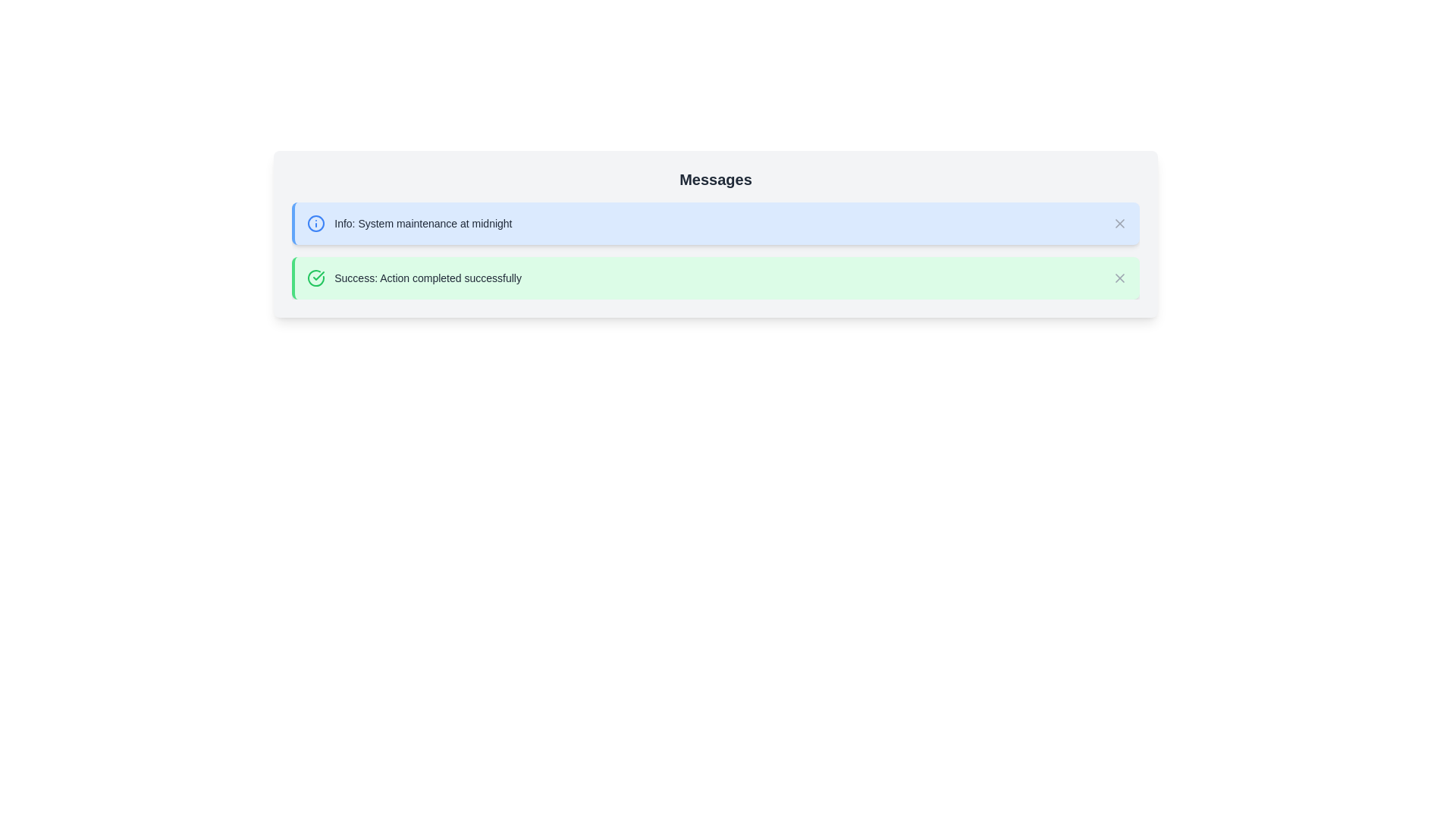 This screenshot has height=819, width=1456. I want to click on the circular icon with a blue border located on the left side of the blue-themed information box labeled 'Info: System maintenance at midnight', so click(315, 223).